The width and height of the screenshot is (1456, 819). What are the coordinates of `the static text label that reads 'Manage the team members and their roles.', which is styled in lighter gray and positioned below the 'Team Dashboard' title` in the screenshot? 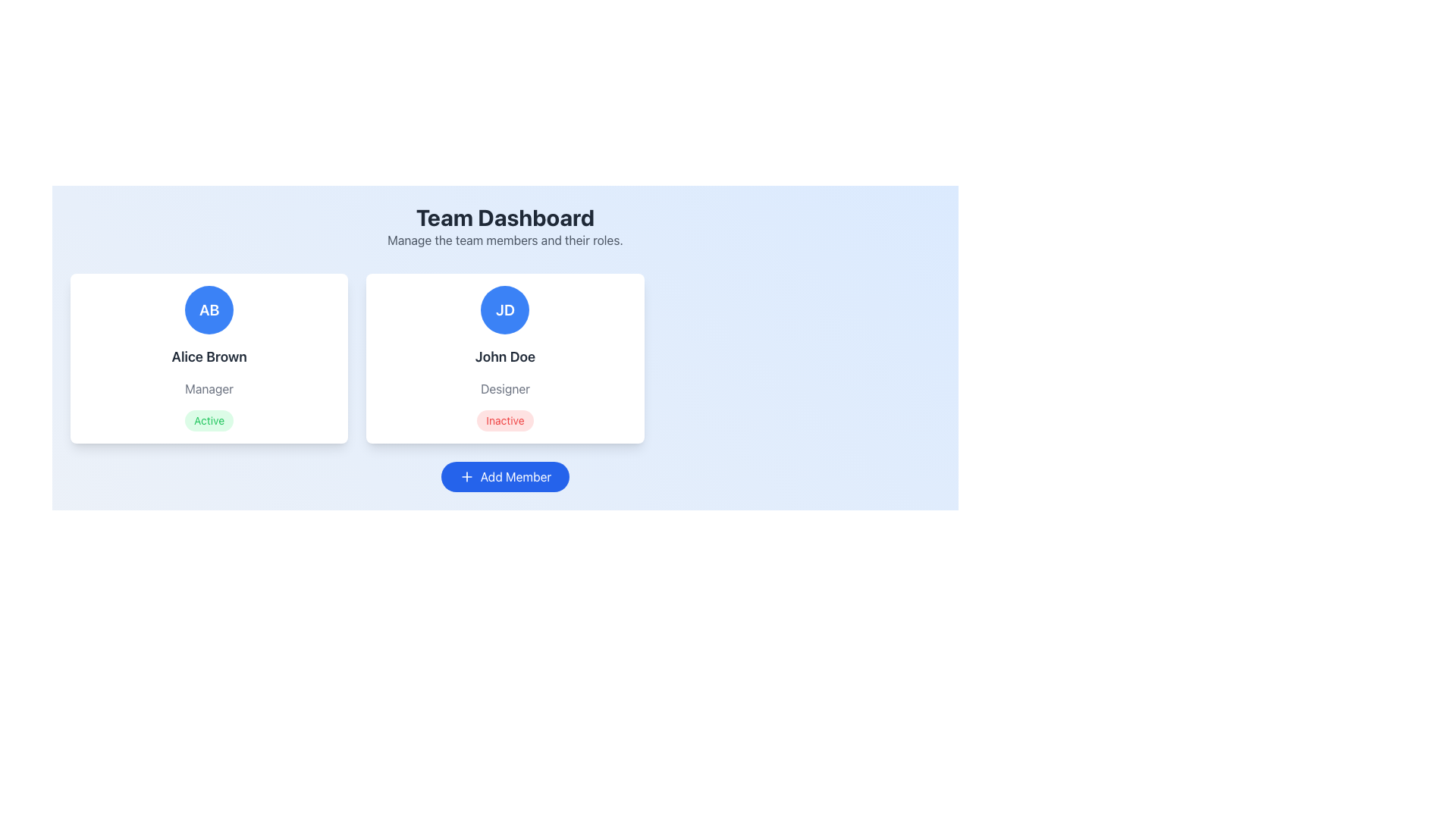 It's located at (505, 239).